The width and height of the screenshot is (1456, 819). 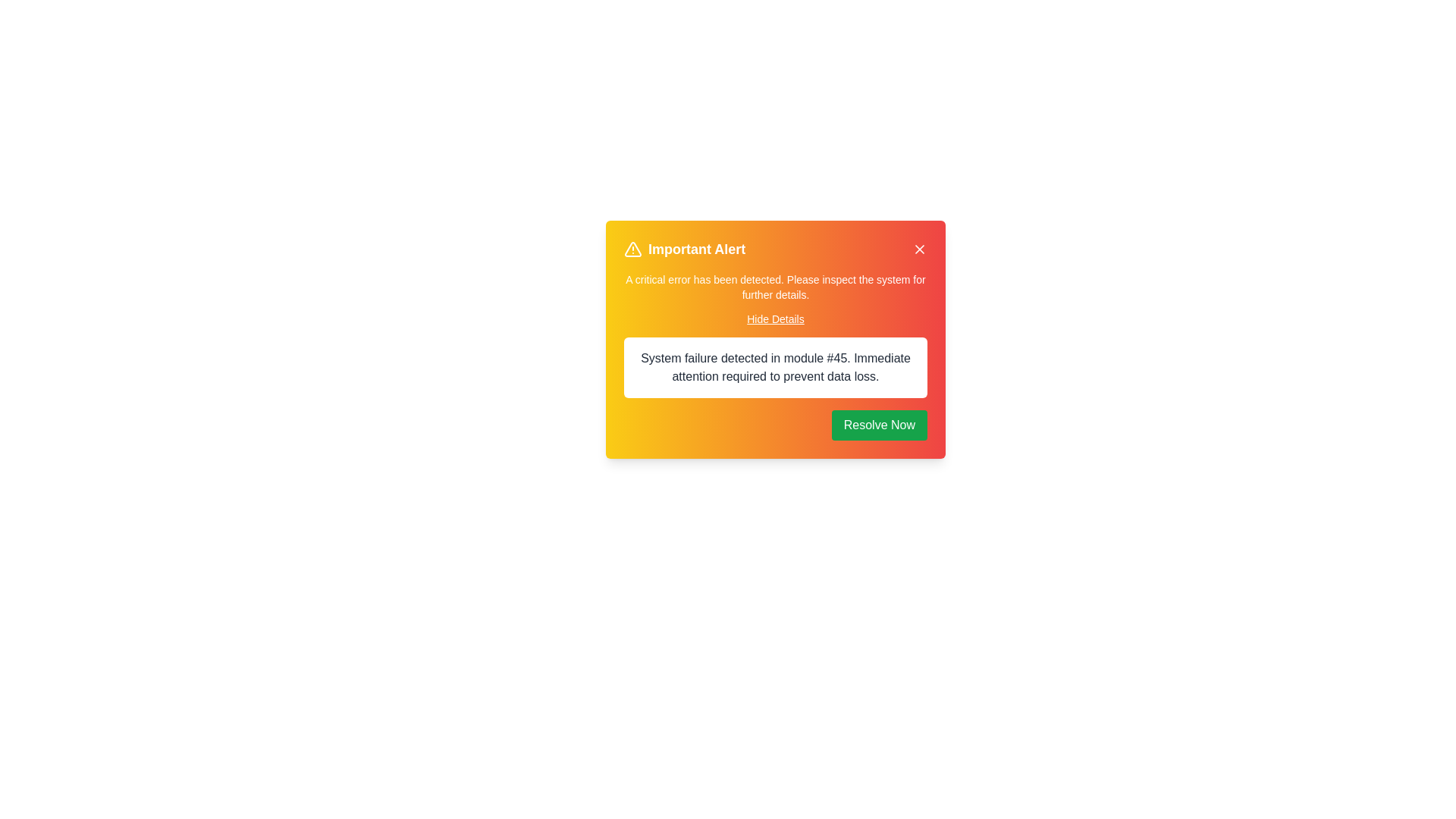 I want to click on the 'Hide Details' link to toggle the visibility of the details section, so click(x=775, y=318).